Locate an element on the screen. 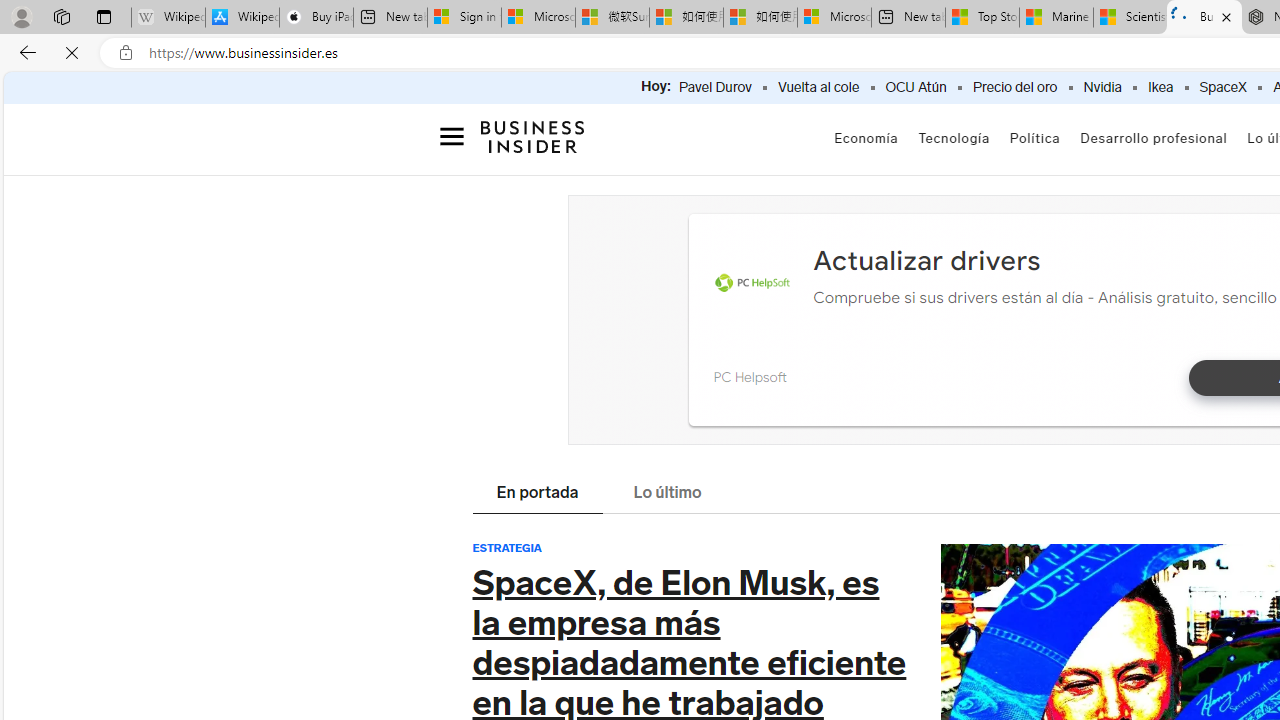 The image size is (1280, 720). 'Ikea' is located at coordinates (1160, 87).